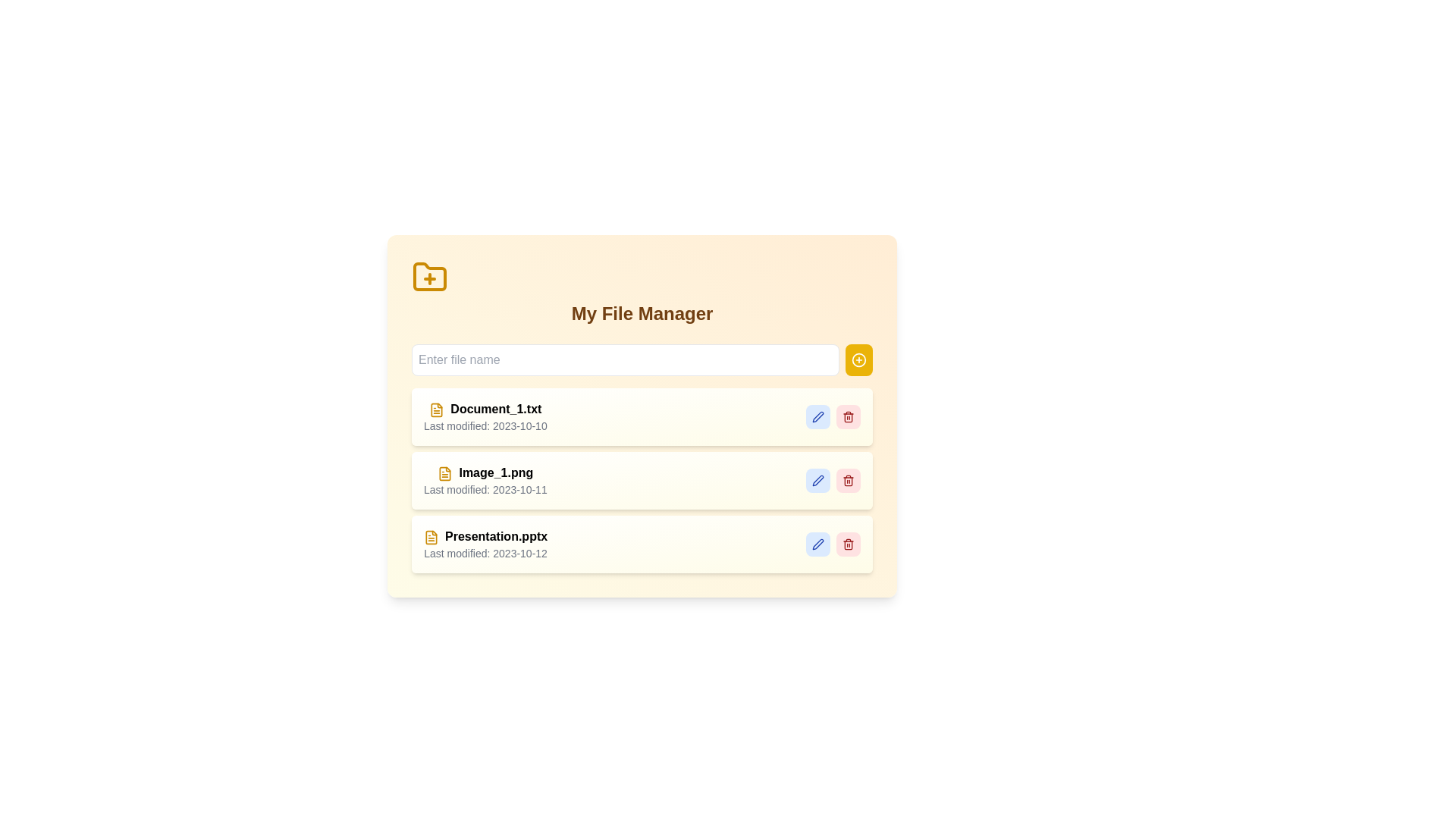 The height and width of the screenshot is (819, 1456). What do you see at coordinates (496, 408) in the screenshot?
I see `the Text label that represents the filename of the associated file, located at the upper part of the list above 'Image_1.png' and 'Presentation.pptx'` at bounding box center [496, 408].